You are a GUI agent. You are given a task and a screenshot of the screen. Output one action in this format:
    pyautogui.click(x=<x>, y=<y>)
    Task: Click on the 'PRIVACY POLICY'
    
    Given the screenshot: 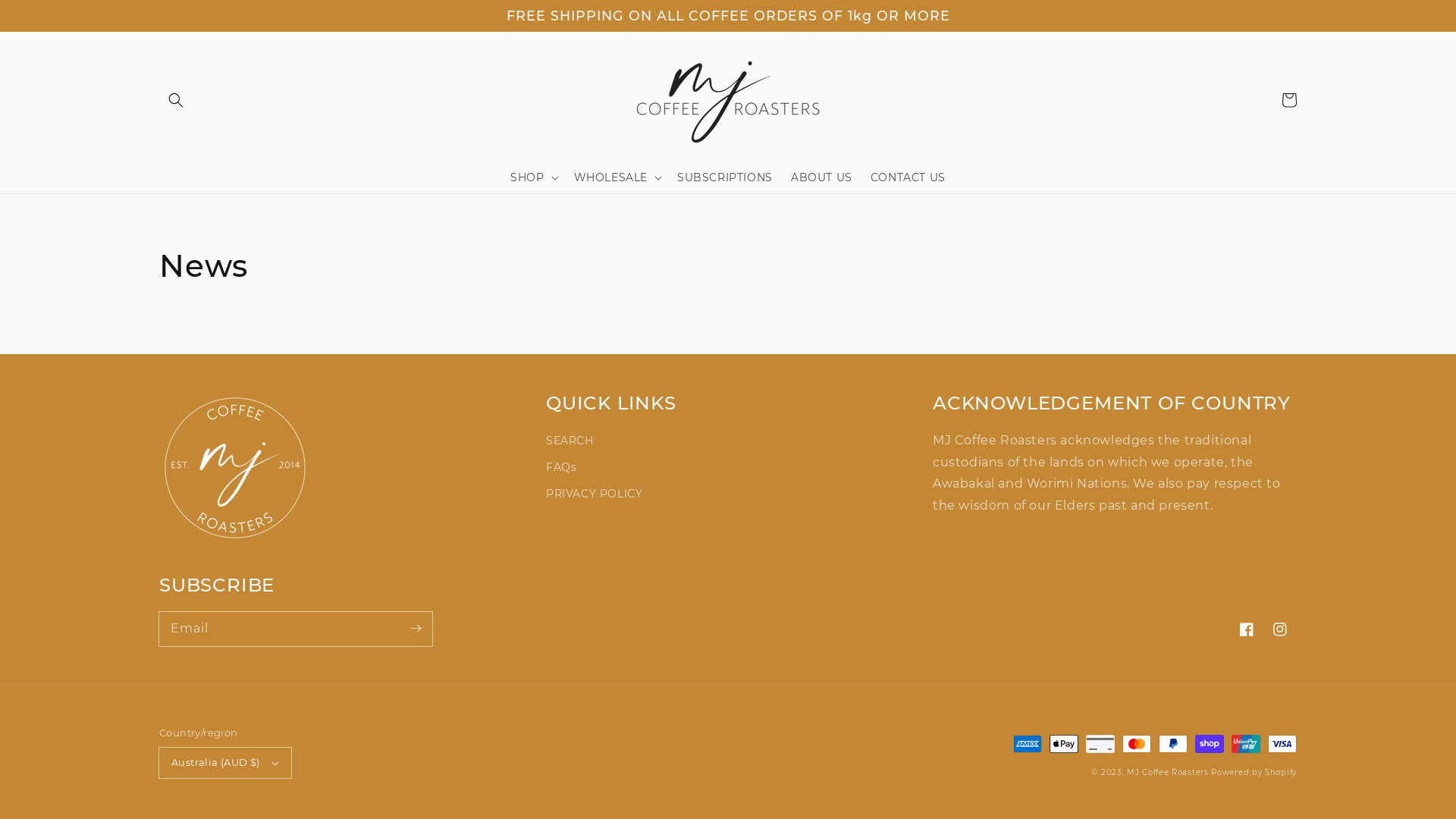 What is the action you would take?
    pyautogui.click(x=546, y=494)
    